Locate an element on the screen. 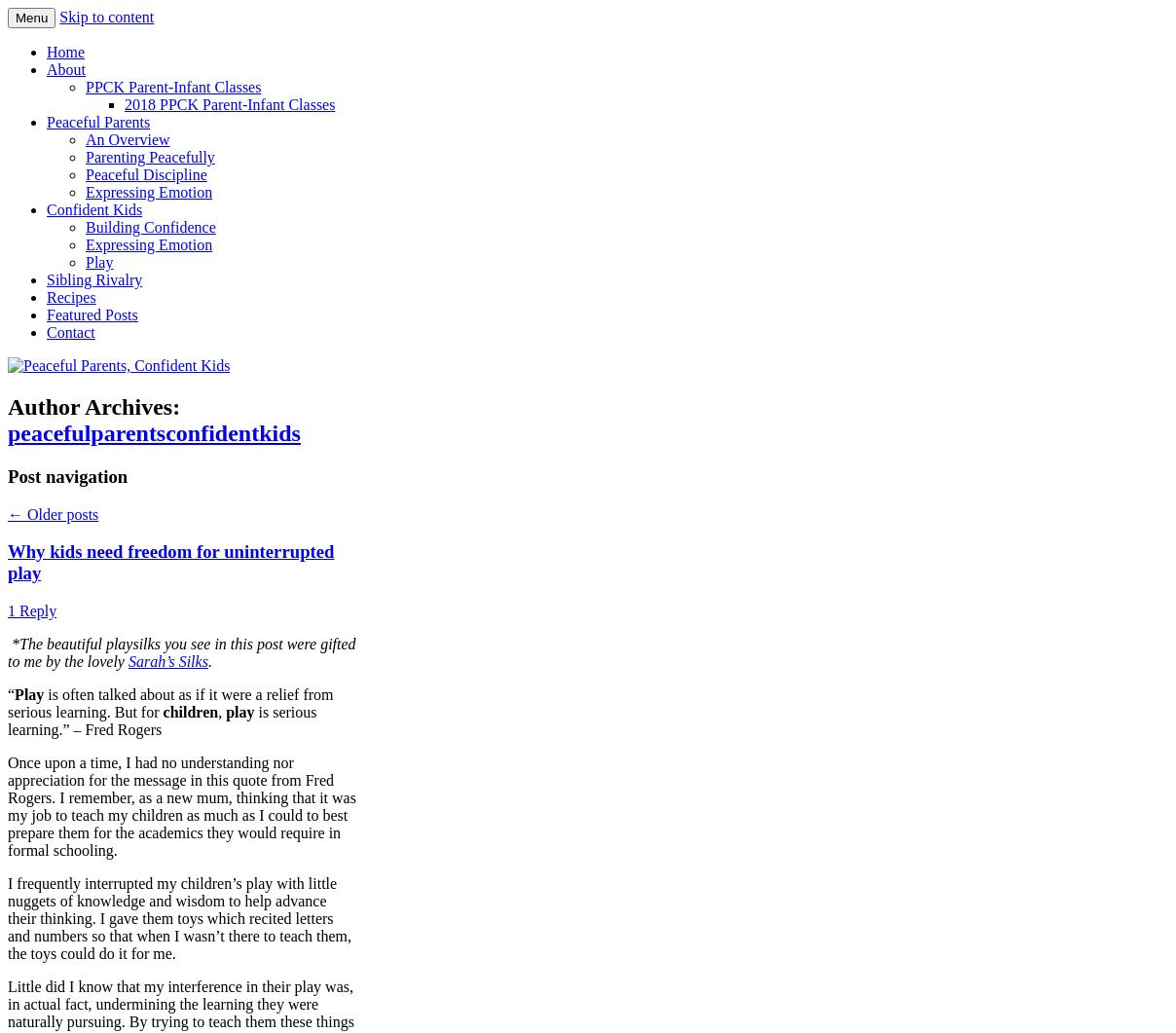 The height and width of the screenshot is (1033, 1176). 'children' is located at coordinates (190, 711).